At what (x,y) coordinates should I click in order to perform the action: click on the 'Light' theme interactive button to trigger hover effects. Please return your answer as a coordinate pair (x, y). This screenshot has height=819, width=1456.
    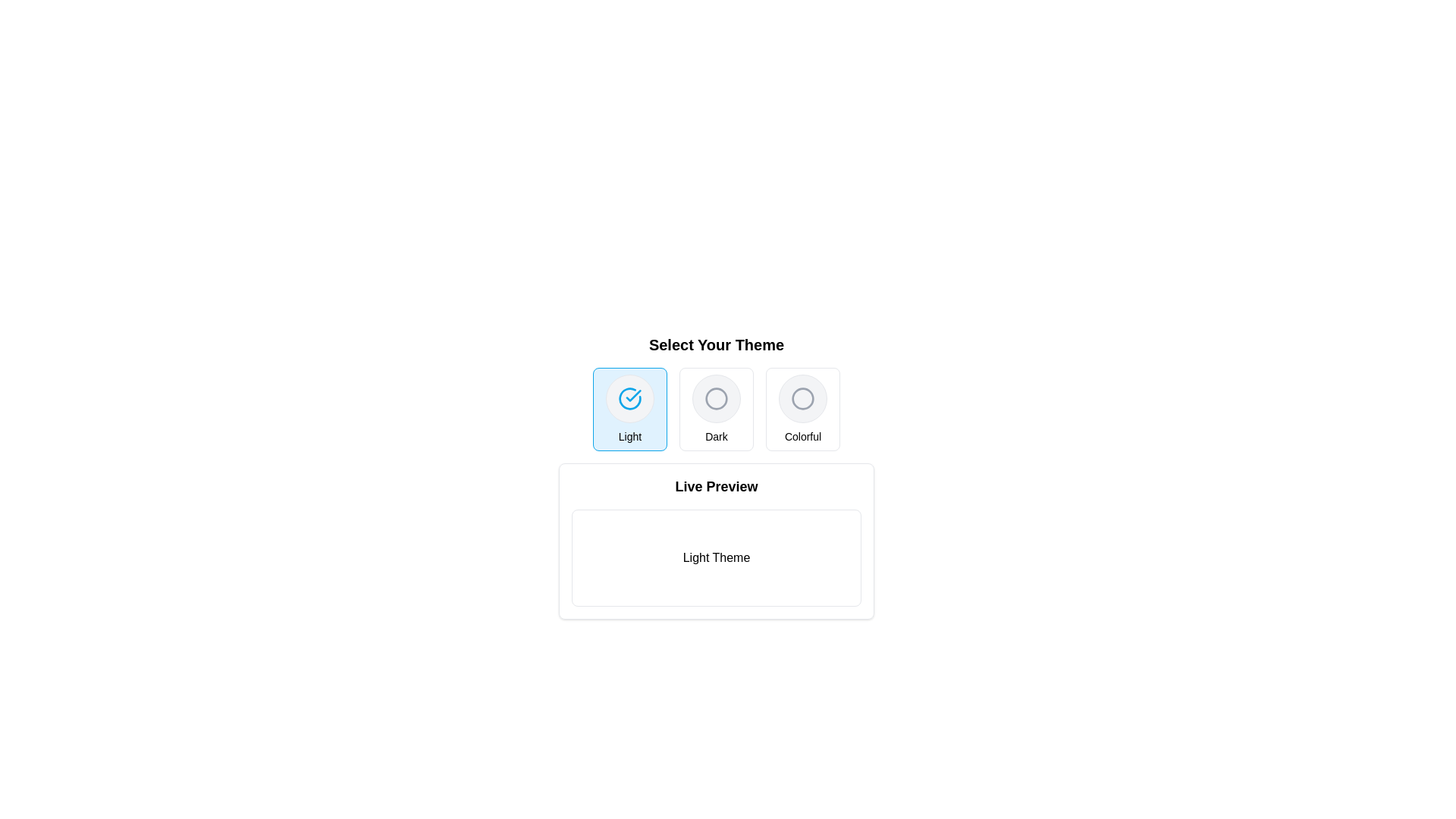
    Looking at the image, I should click on (629, 409).